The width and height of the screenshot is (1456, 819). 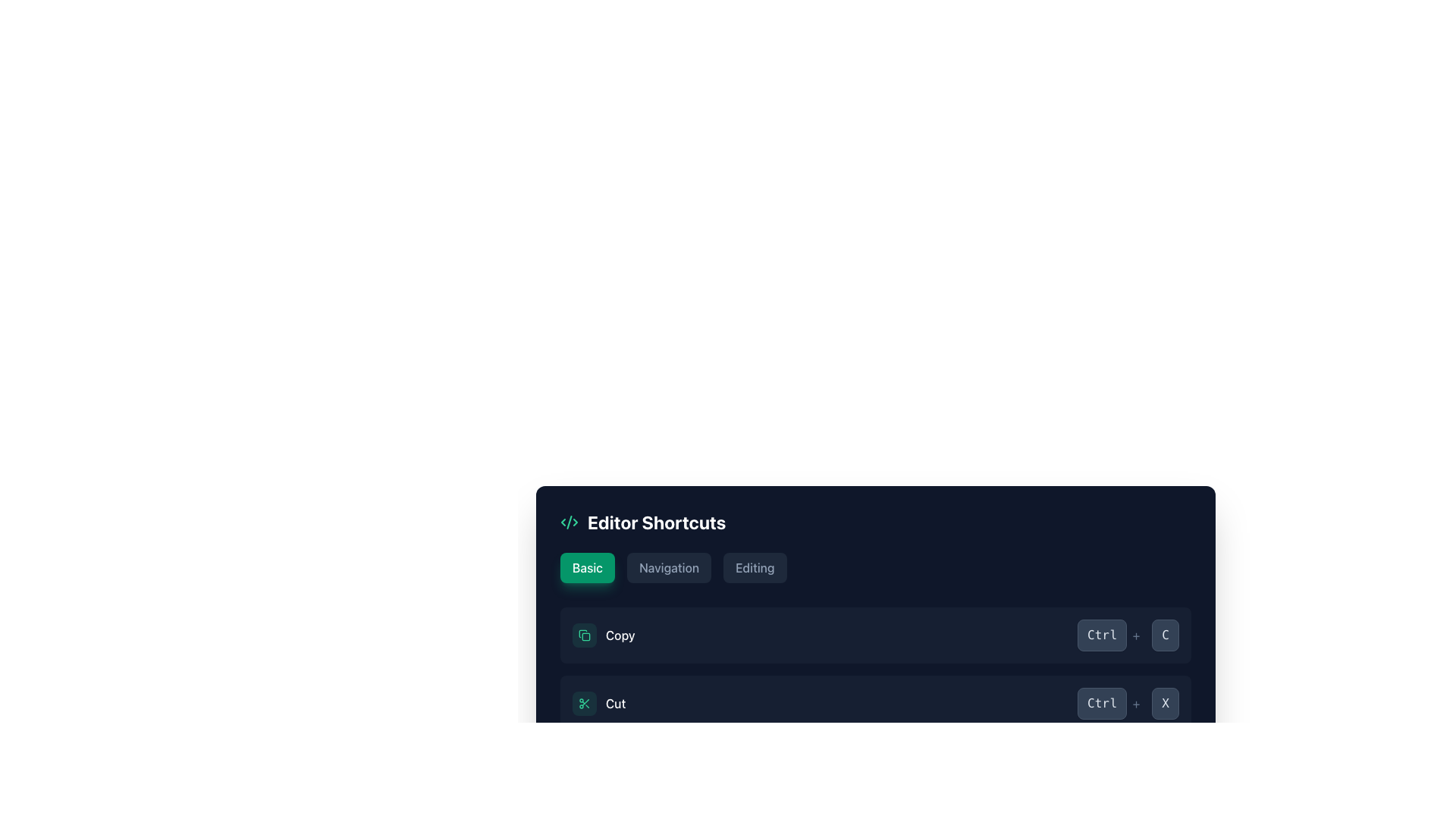 I want to click on the light green circular copy button located in the 'Editor Shortcuts' section, aligned to the left of the 'Copy' label, so click(x=584, y=635).